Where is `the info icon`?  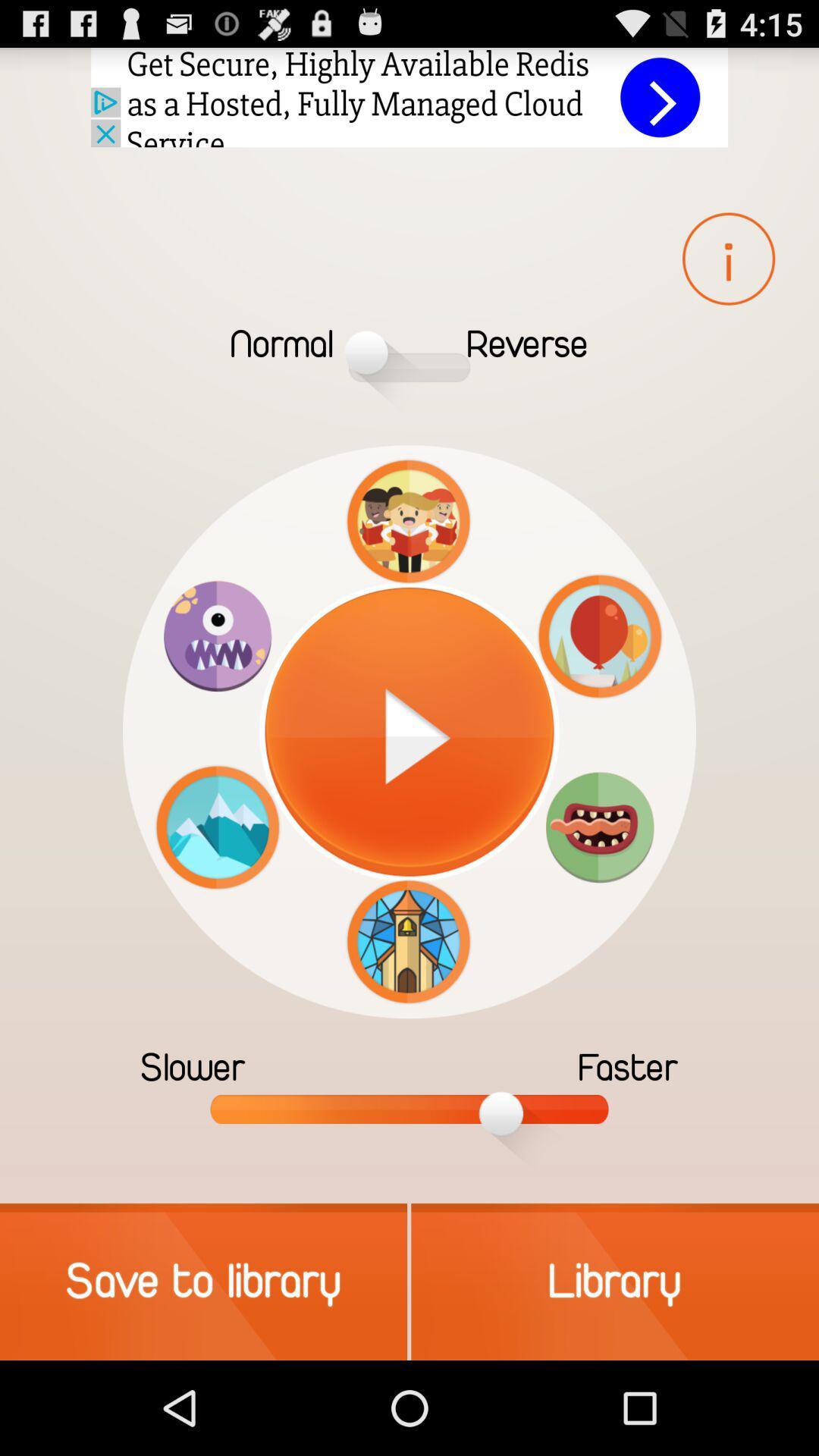
the info icon is located at coordinates (728, 277).